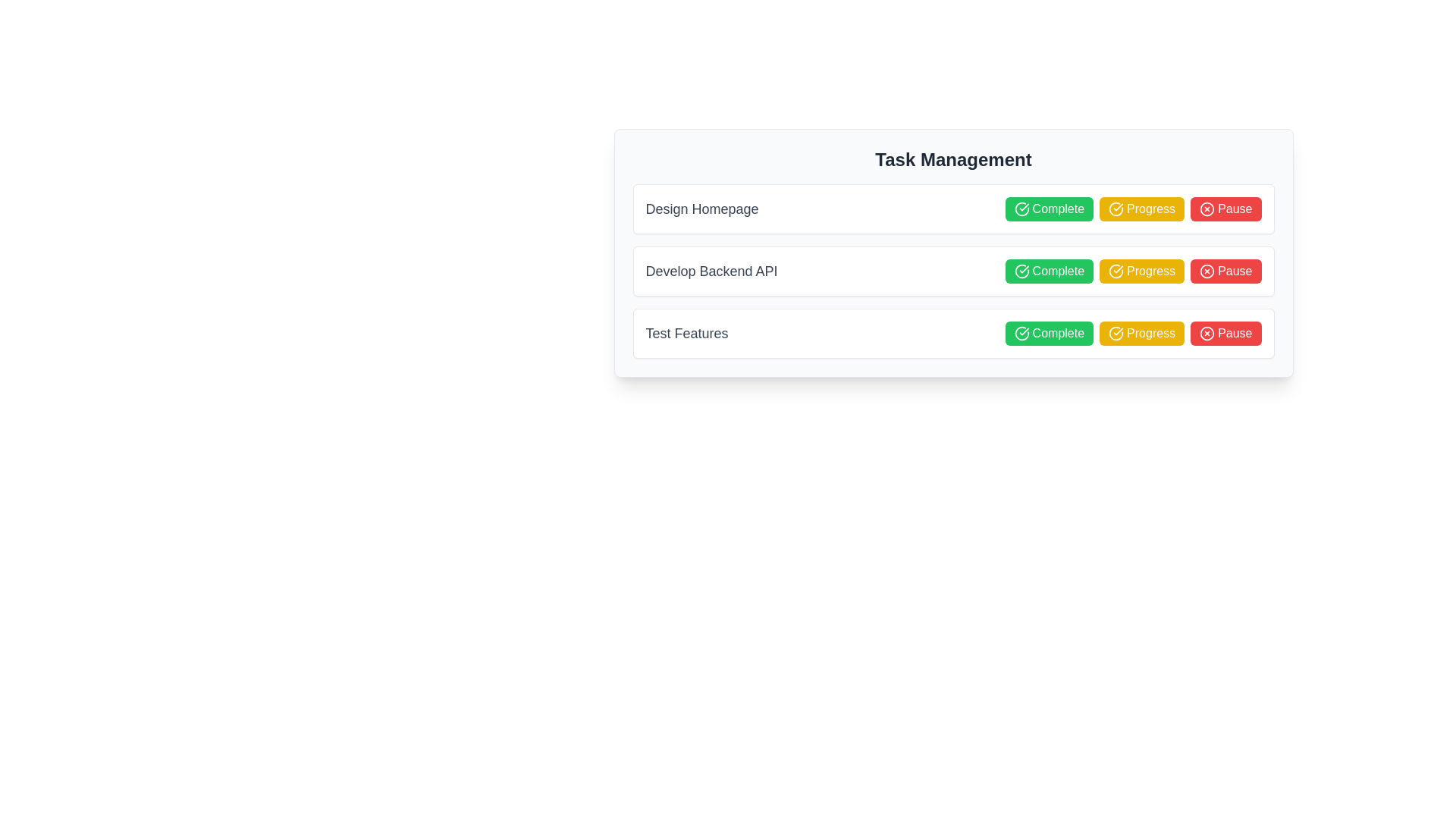 This screenshot has width=1456, height=819. I want to click on the yellow 'Progress' button with rounded corners and a white check mark icon, so click(1142, 209).